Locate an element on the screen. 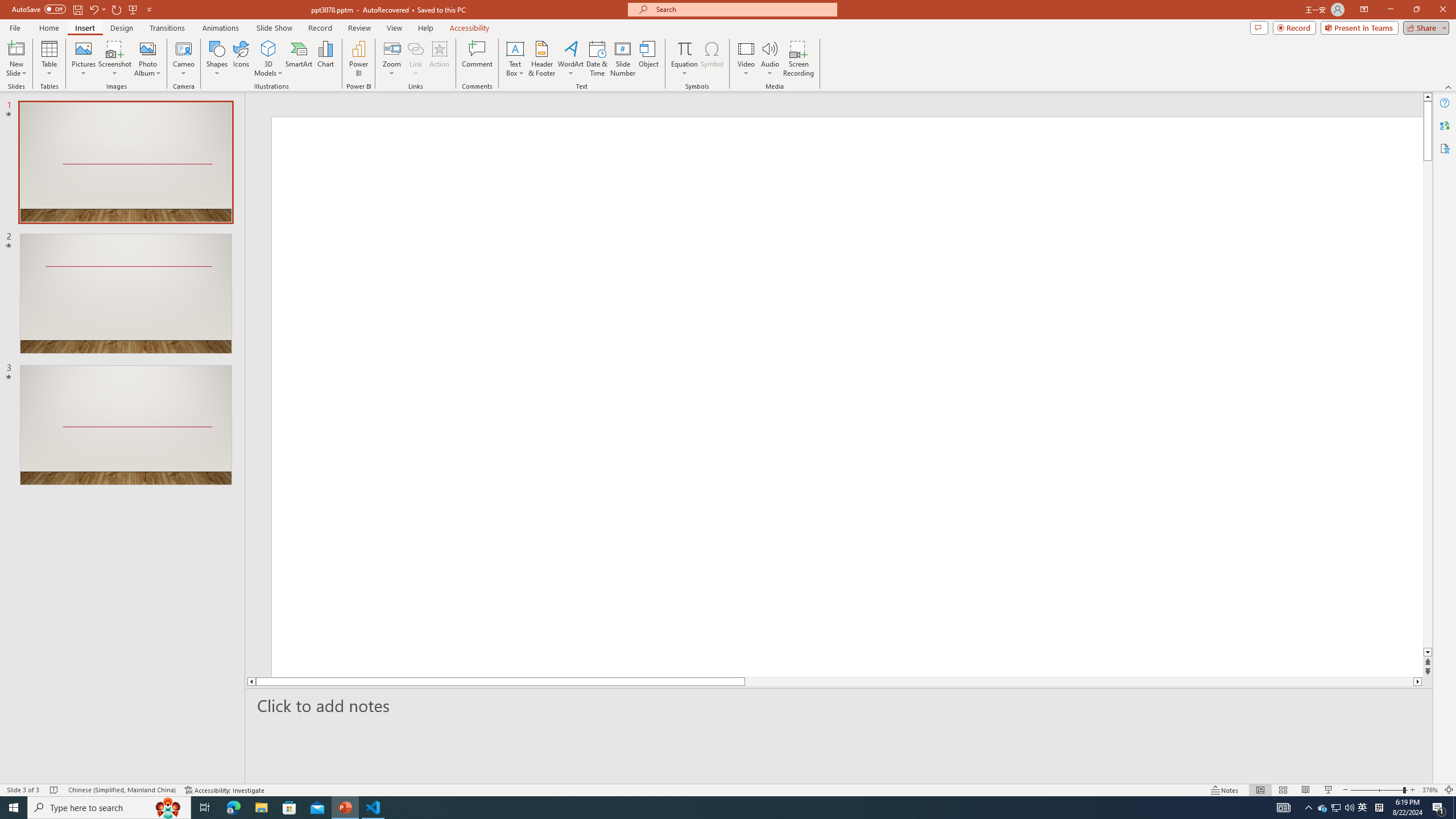  'Screen Recording...' is located at coordinates (798, 59).